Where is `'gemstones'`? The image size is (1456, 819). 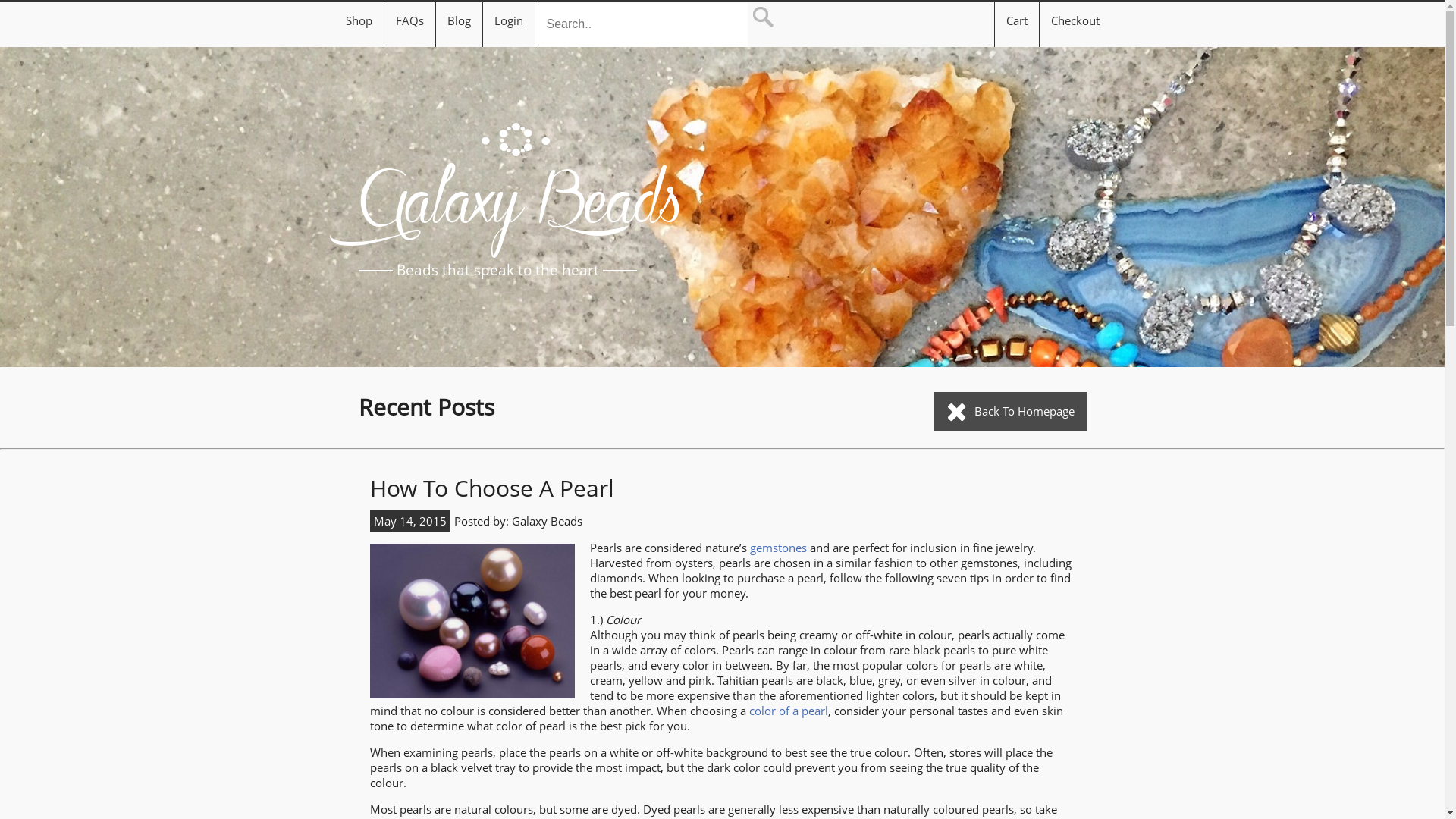
'gemstones' is located at coordinates (779, 547).